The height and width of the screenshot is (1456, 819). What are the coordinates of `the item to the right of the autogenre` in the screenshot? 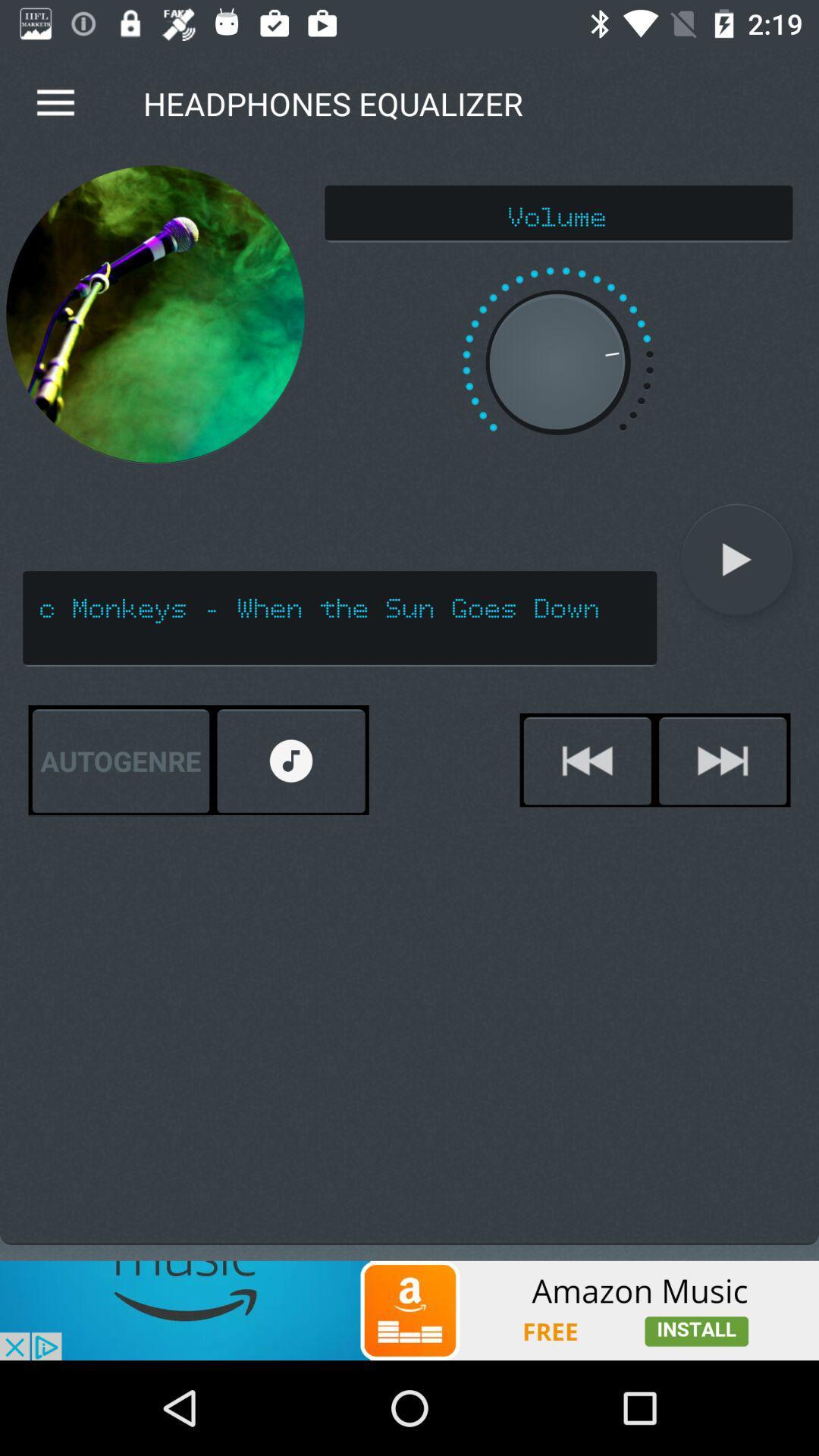 It's located at (291, 761).